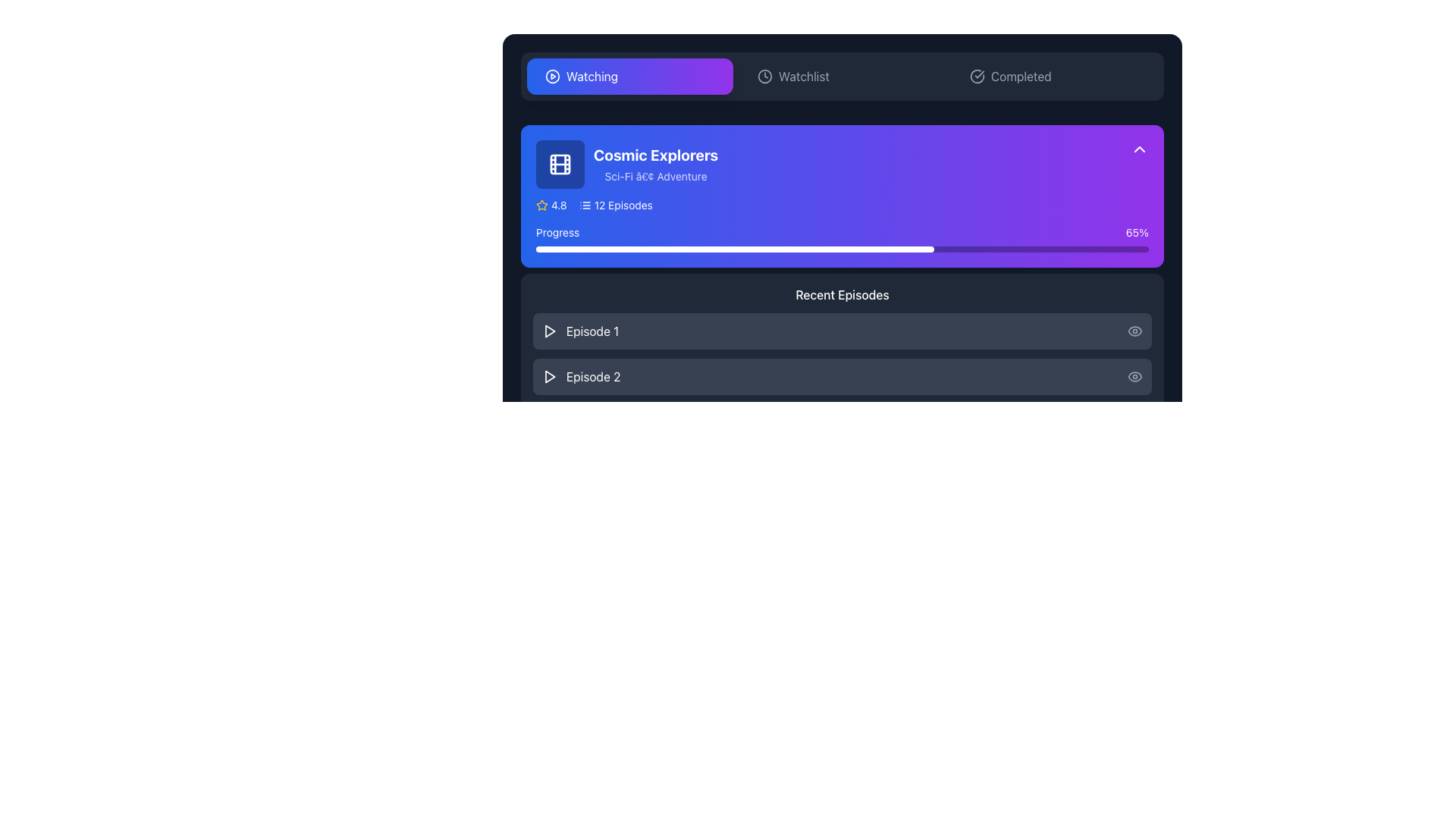  I want to click on the text label displaying the numeric value '4.8' in white text, located within the 'Cosmic Explorers' blue card, near the top-left corner, to the right of a yellow star icon, so click(558, 205).